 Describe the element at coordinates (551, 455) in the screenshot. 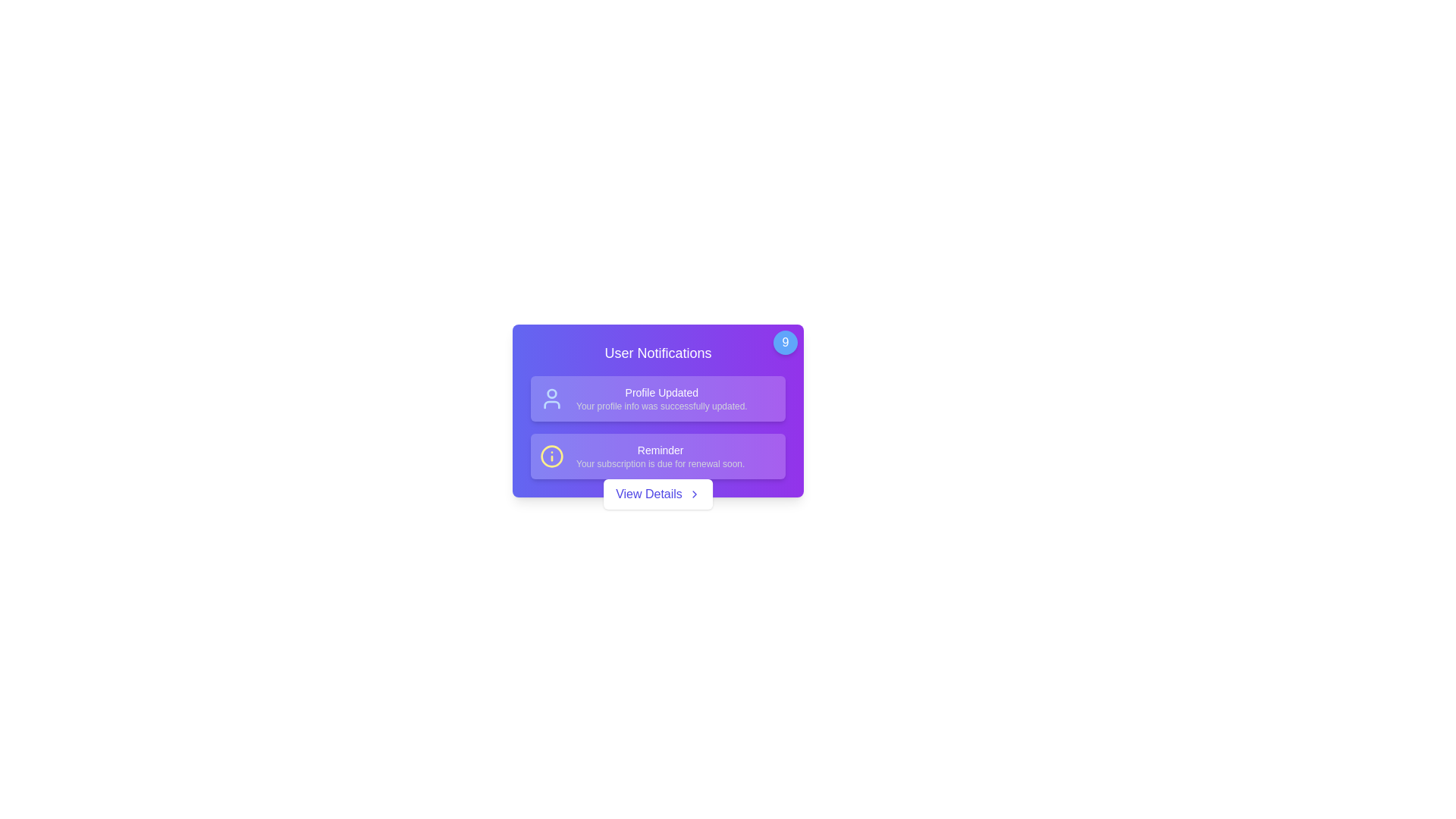

I see `the informational icon represented by a yellow circular border with an 'i' shape, located beside the 'Reminder' heading in the User Notifications area to trigger hover effects` at that location.